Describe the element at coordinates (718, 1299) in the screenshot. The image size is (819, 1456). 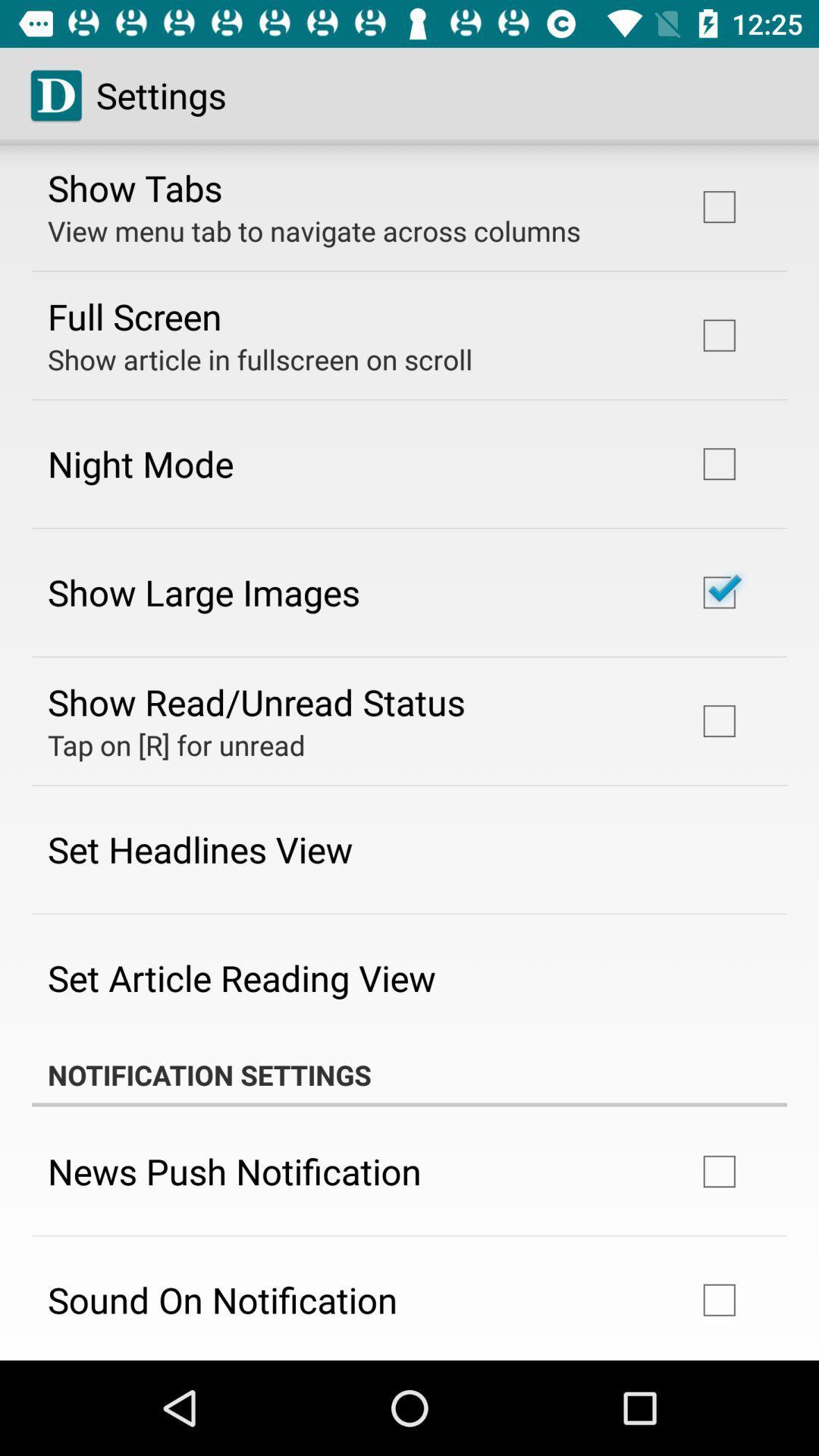
I see `right bottom button` at that location.